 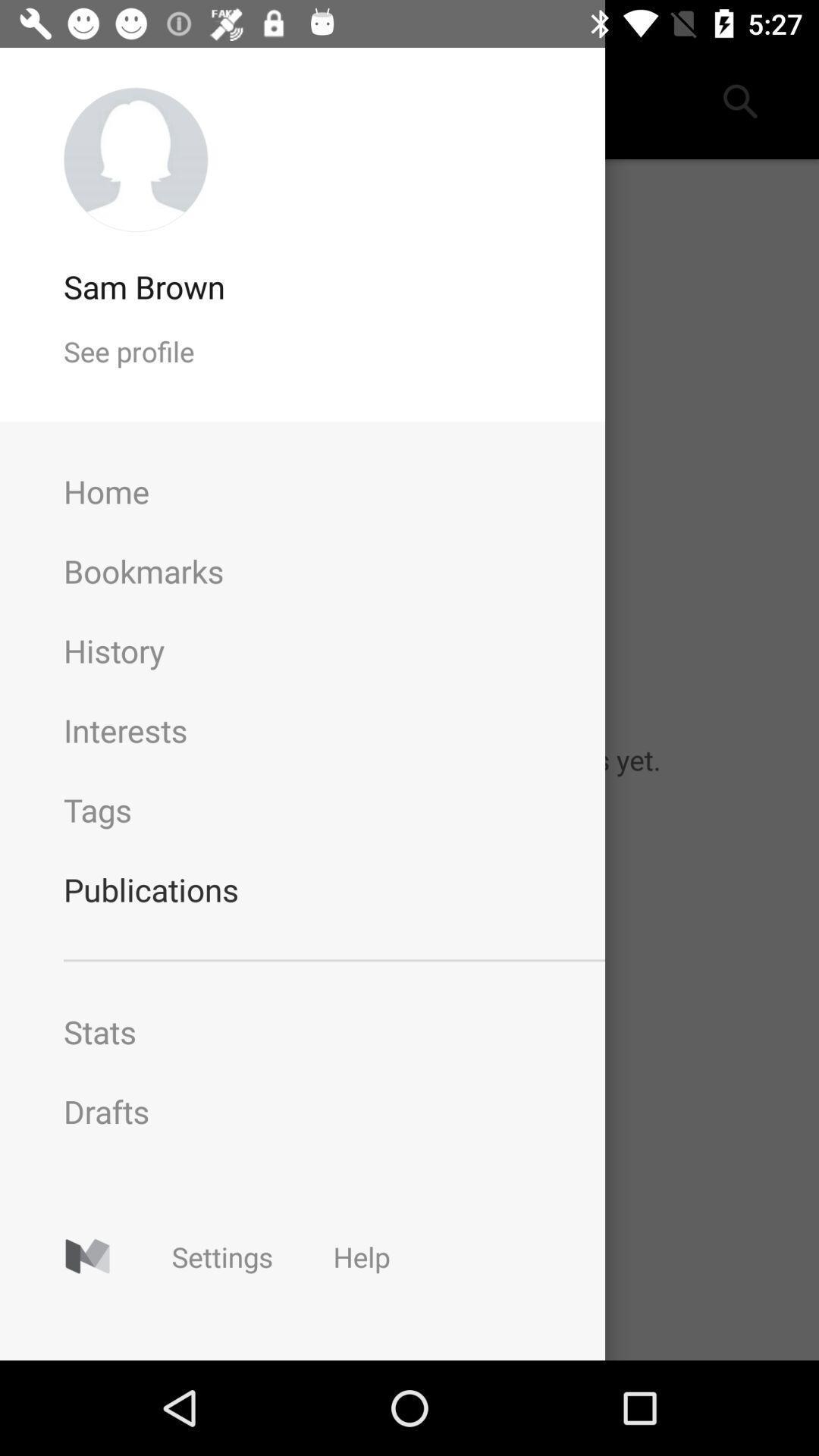 What do you see at coordinates (362, 1257) in the screenshot?
I see `the button which is next to the settings` at bounding box center [362, 1257].